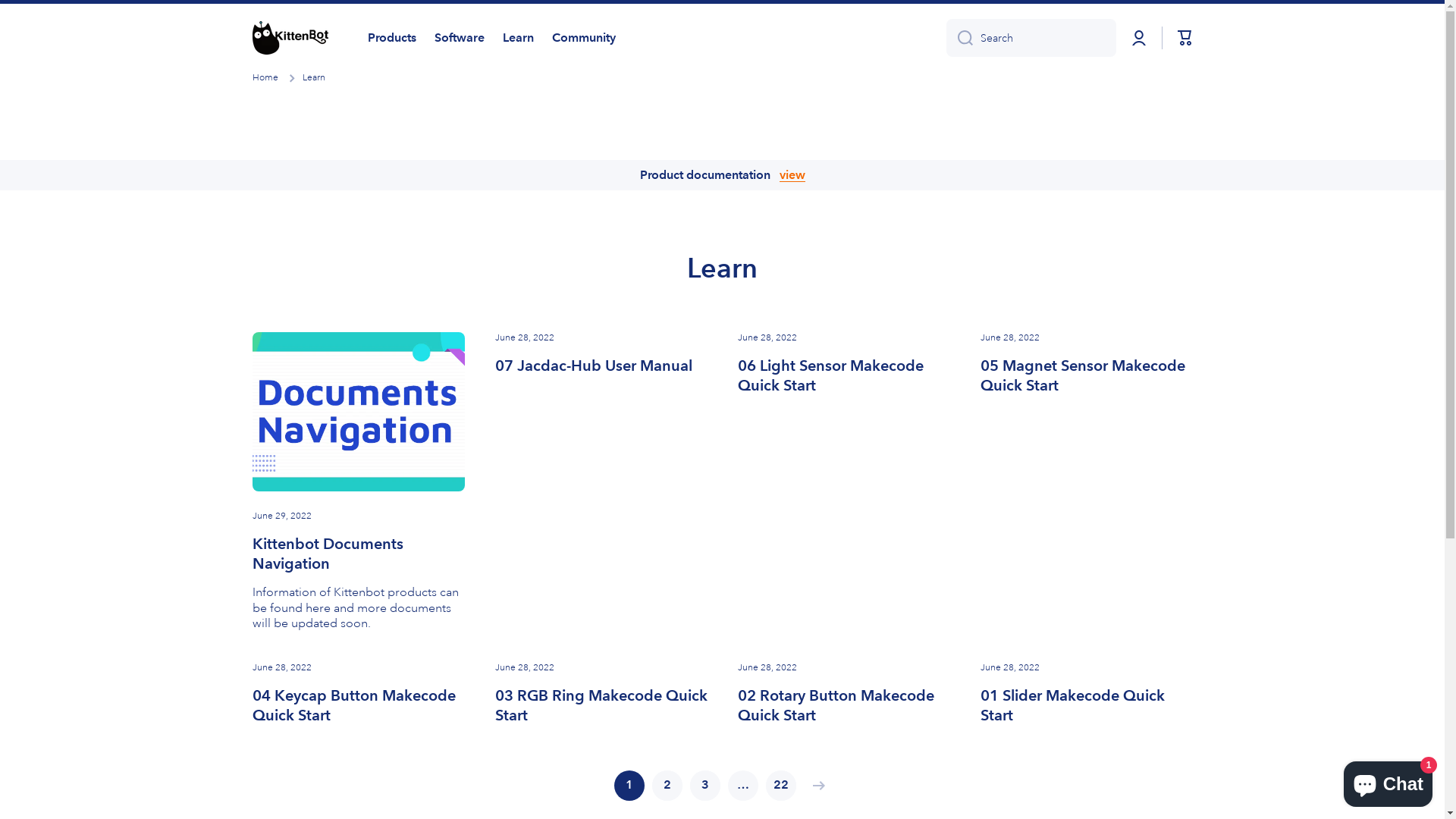 This screenshot has width=1456, height=819. Describe the element at coordinates (1388, 780) in the screenshot. I see `'Shopify online store chat'` at that location.